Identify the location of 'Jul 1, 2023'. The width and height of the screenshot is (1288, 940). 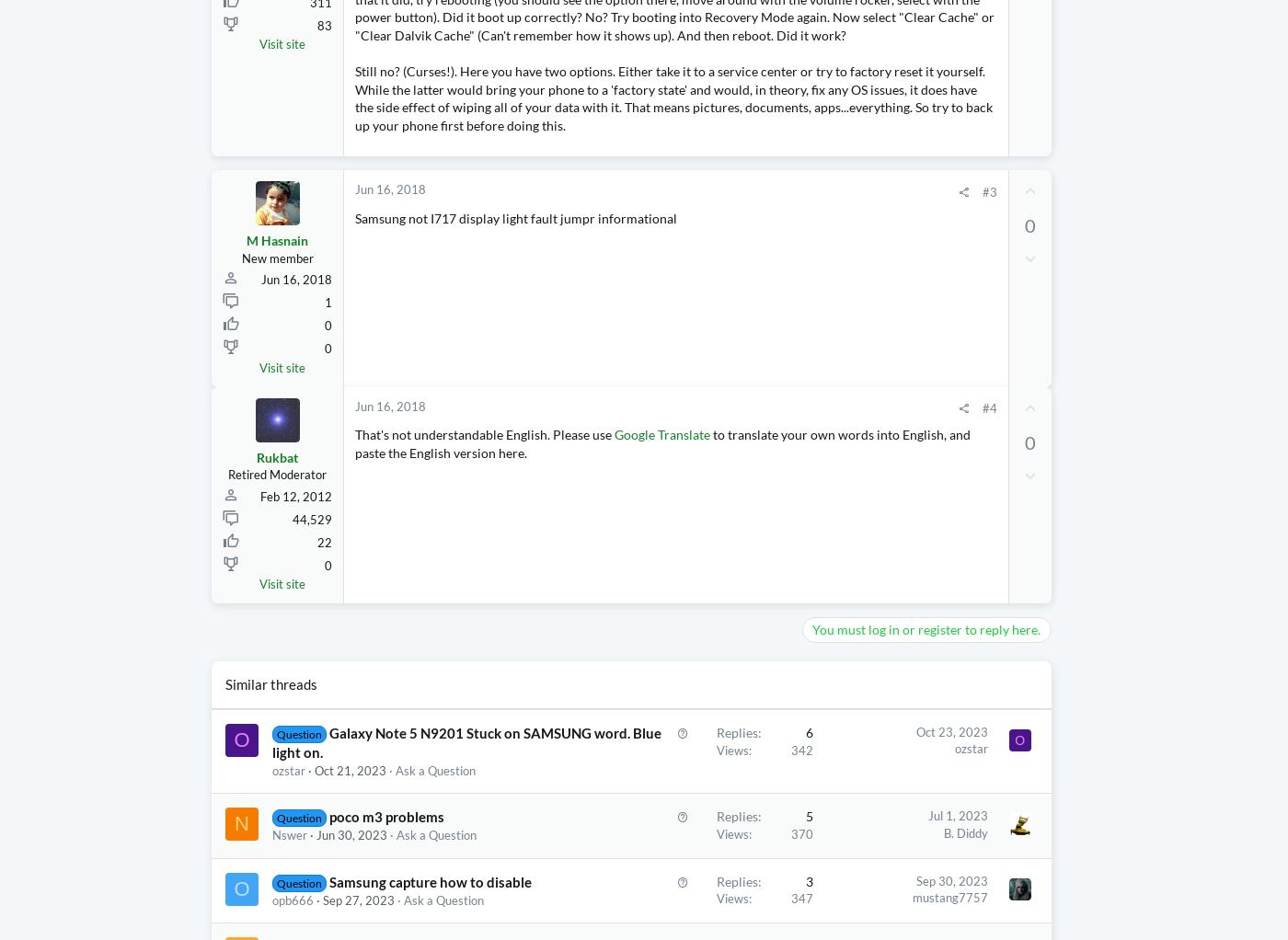
(881, 852).